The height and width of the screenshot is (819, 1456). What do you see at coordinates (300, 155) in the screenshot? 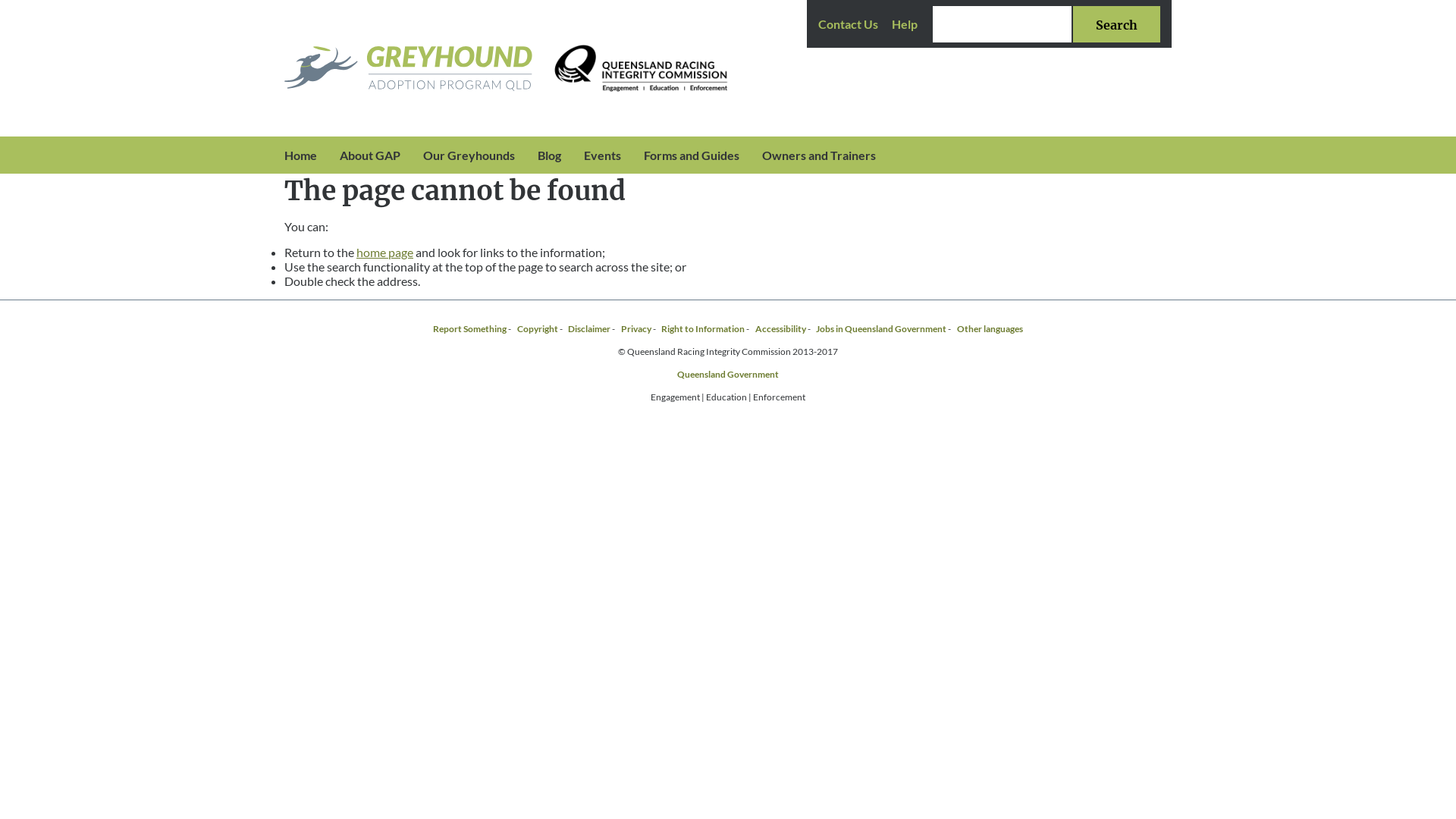
I see `'Home'` at bounding box center [300, 155].